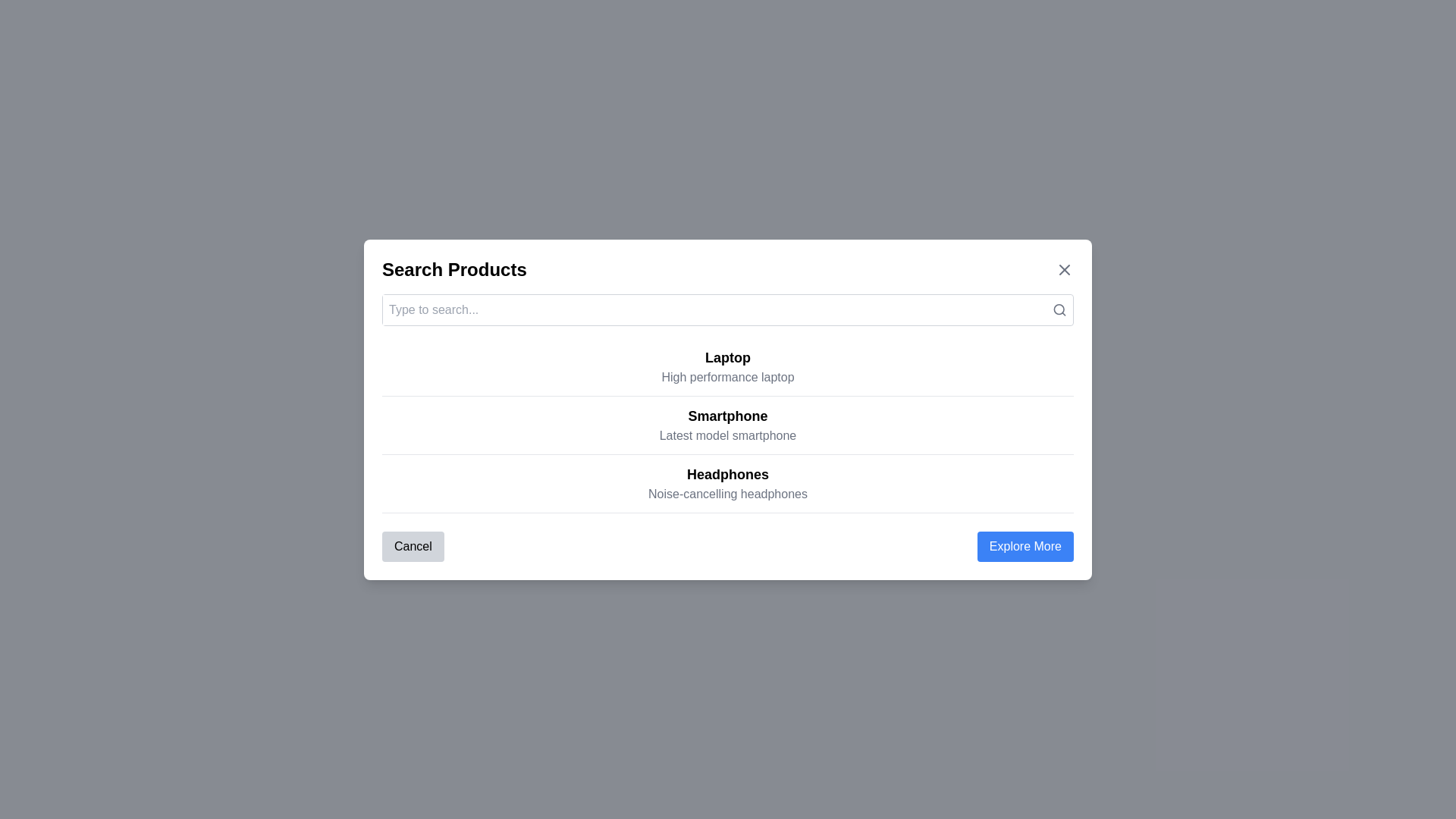 The width and height of the screenshot is (1456, 819). What do you see at coordinates (728, 425) in the screenshot?
I see `the text block describing the product 'Smartphone' with the detail 'Latest model smartphone', which is the second item in a vertical list of items` at bounding box center [728, 425].